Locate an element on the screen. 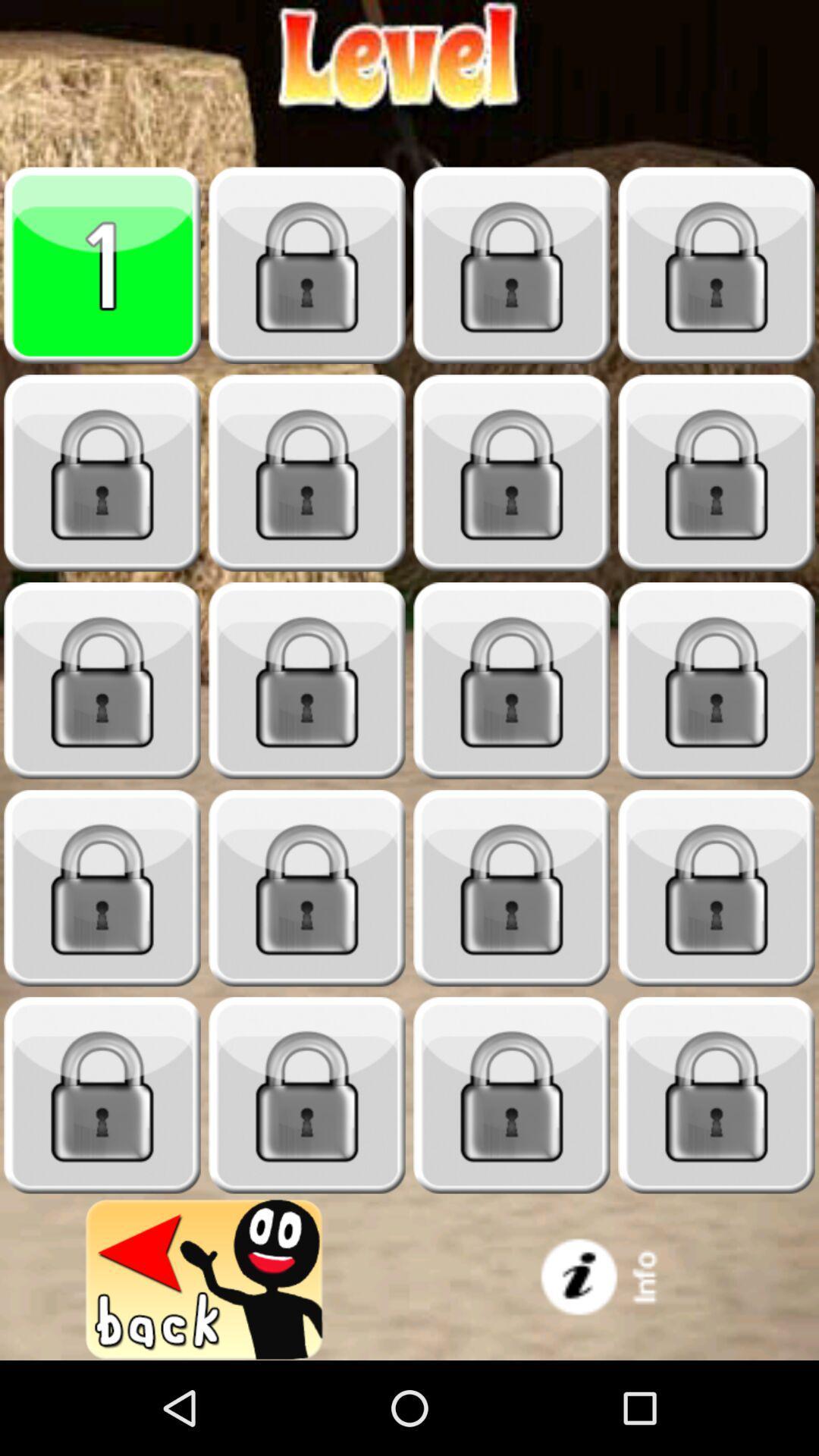 Image resolution: width=819 pixels, height=1456 pixels. lock button is located at coordinates (512, 265).